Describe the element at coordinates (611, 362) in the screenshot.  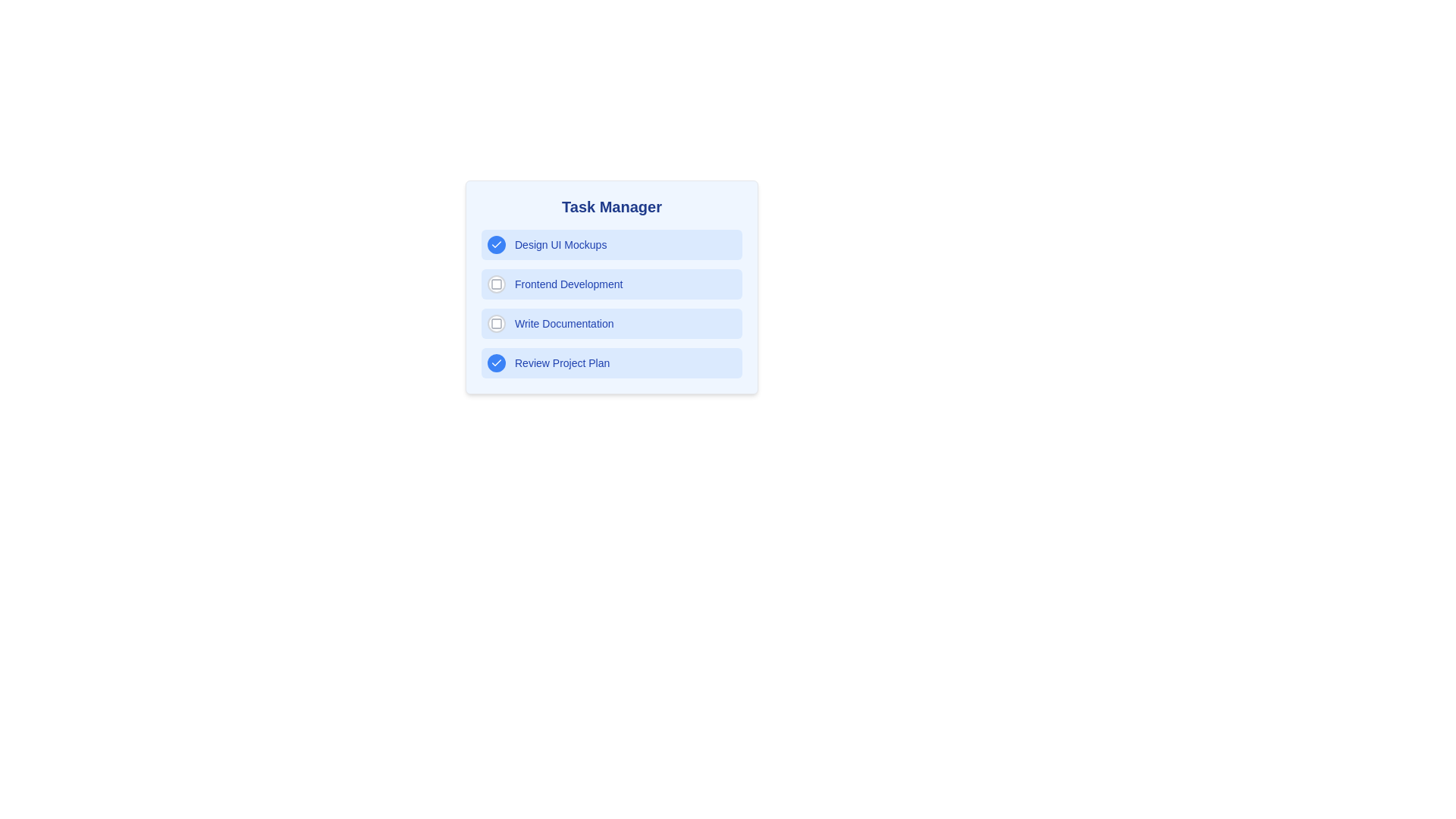
I see `the task Review Project Plan to reveal additional actions or effects` at that location.